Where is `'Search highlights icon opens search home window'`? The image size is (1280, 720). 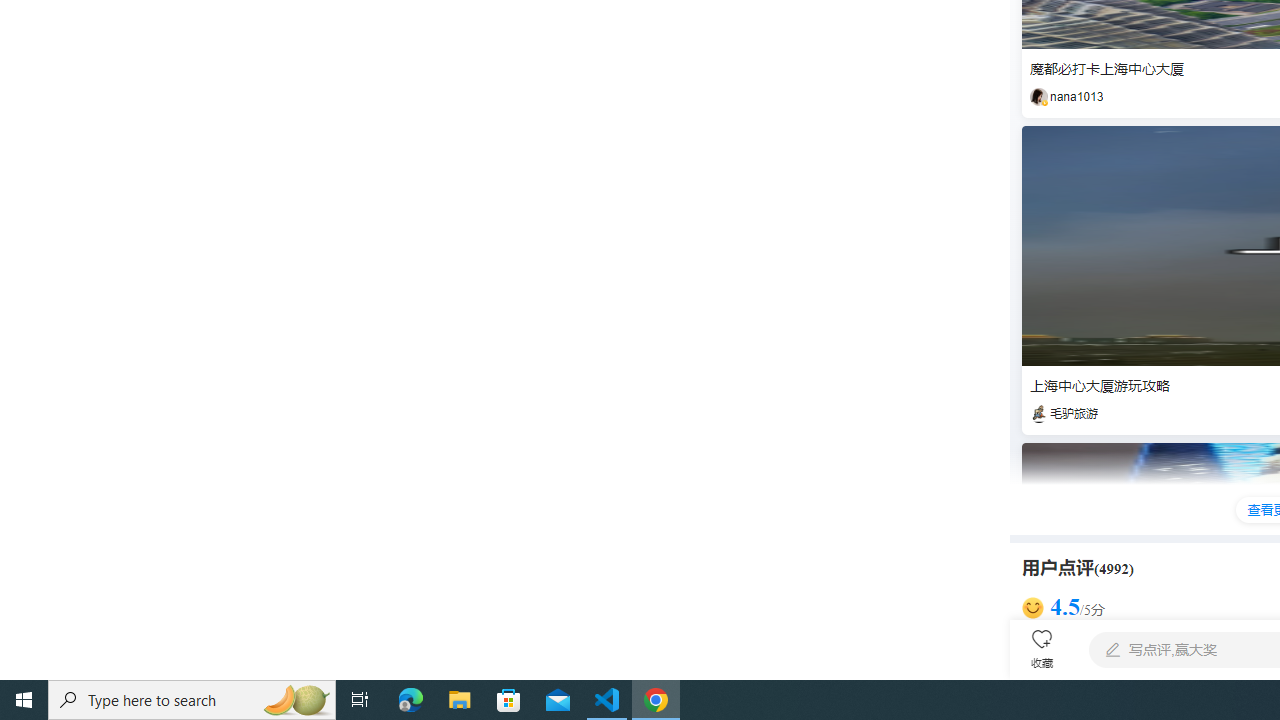
'Search highlights icon opens search home window' is located at coordinates (294, 698).